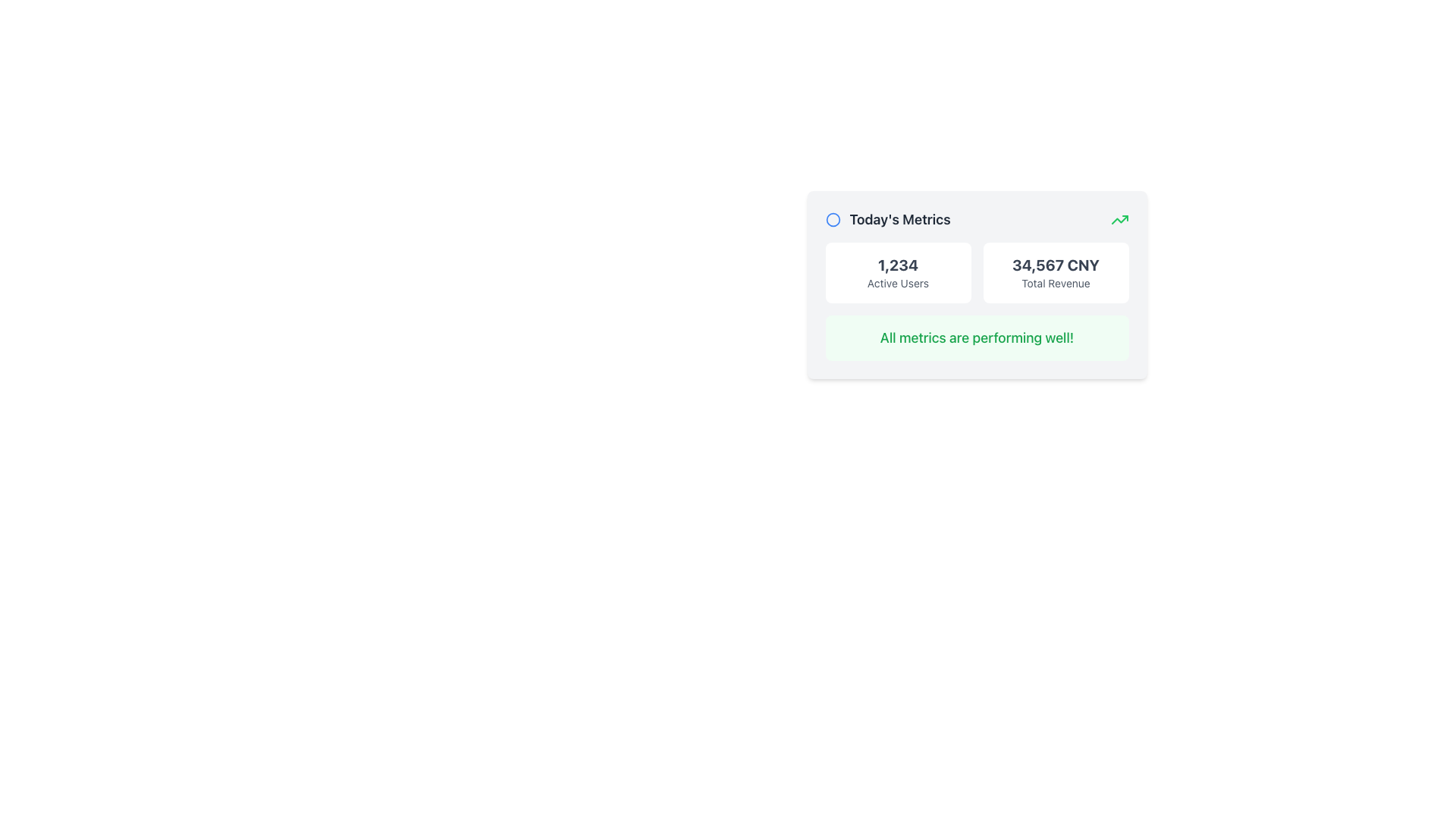 The image size is (1456, 819). Describe the element at coordinates (832, 219) in the screenshot. I see `the circular graphical icon with a blue border and white fill located at the top-left corner of the 'Today's Metrics' card` at that location.